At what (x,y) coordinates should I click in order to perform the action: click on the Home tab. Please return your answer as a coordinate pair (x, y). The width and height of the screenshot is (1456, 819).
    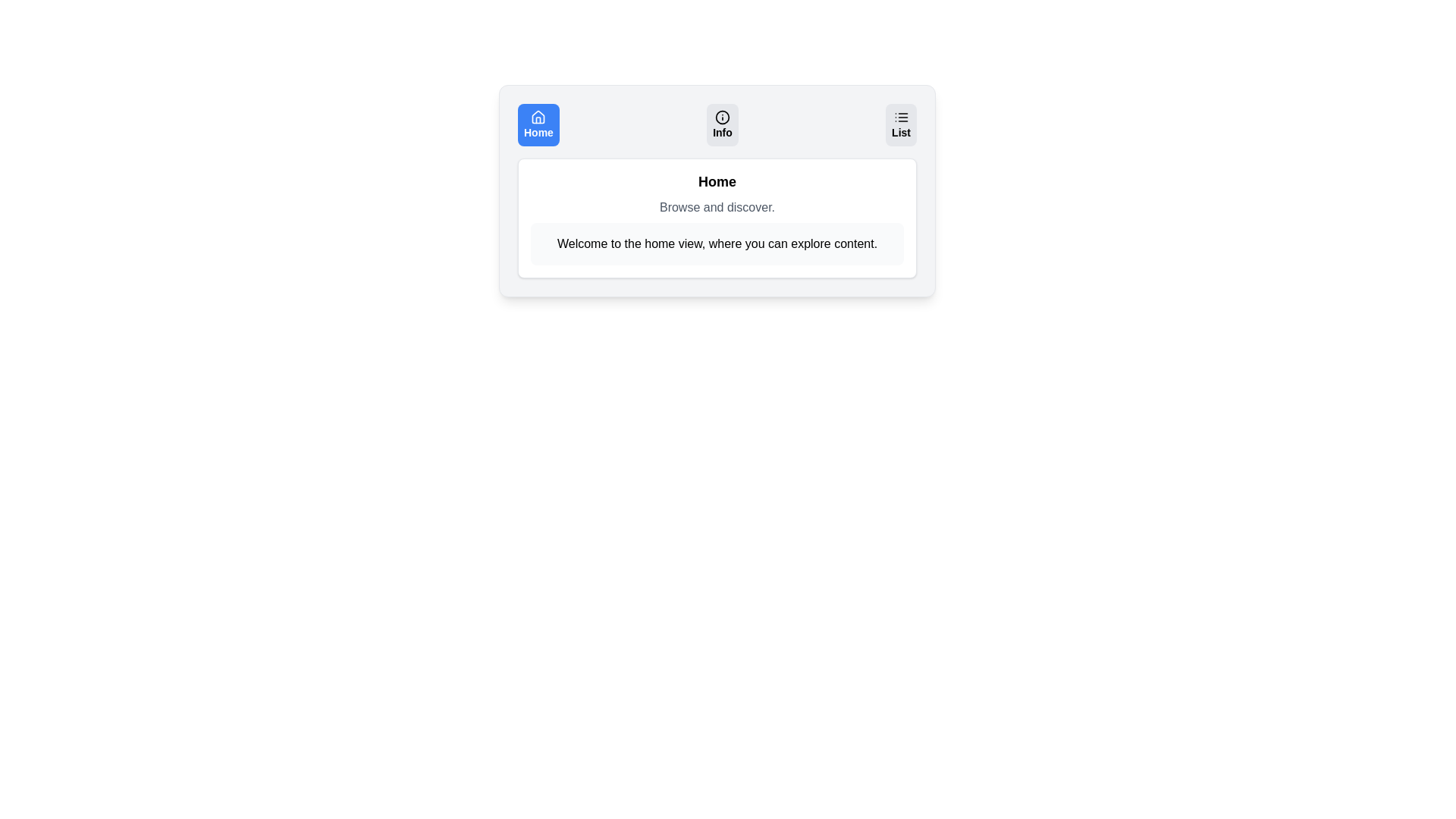
    Looking at the image, I should click on (538, 124).